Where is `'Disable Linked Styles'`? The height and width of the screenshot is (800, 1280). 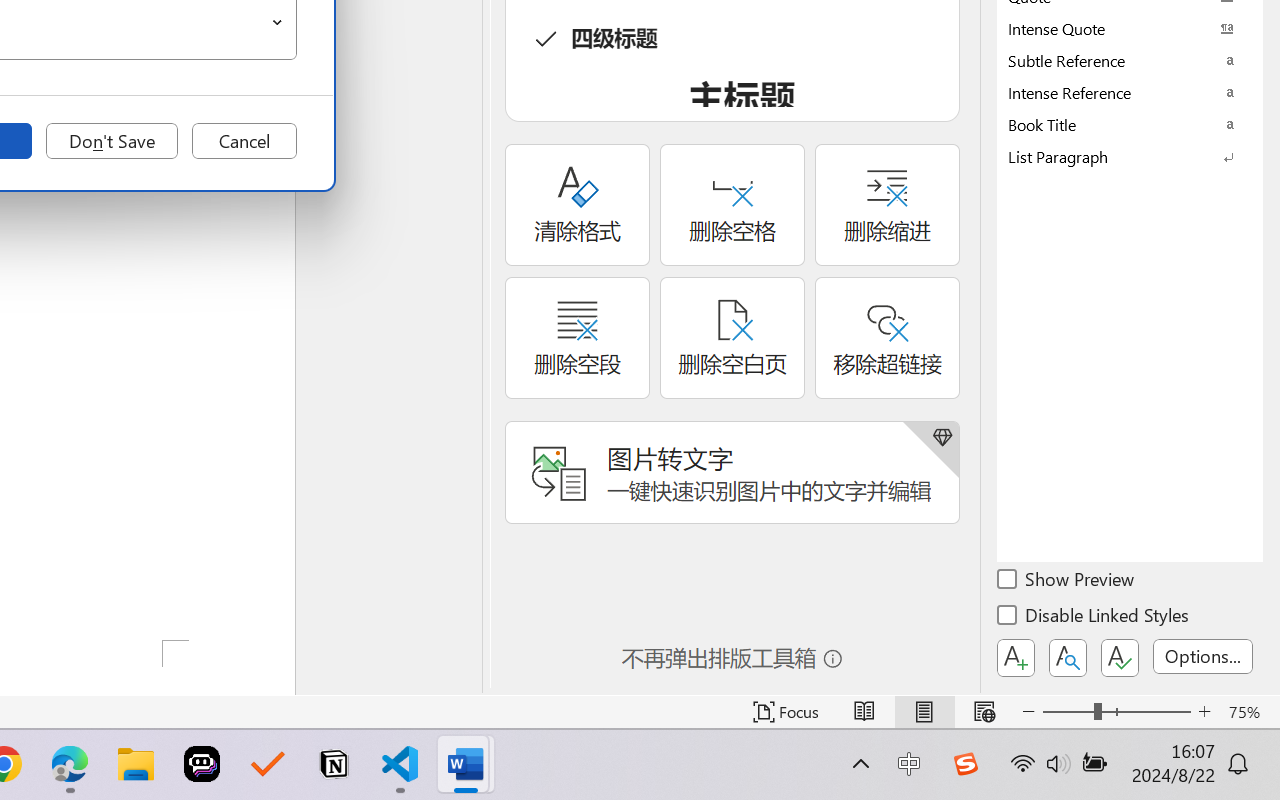
'Disable Linked Styles' is located at coordinates (1094, 618).